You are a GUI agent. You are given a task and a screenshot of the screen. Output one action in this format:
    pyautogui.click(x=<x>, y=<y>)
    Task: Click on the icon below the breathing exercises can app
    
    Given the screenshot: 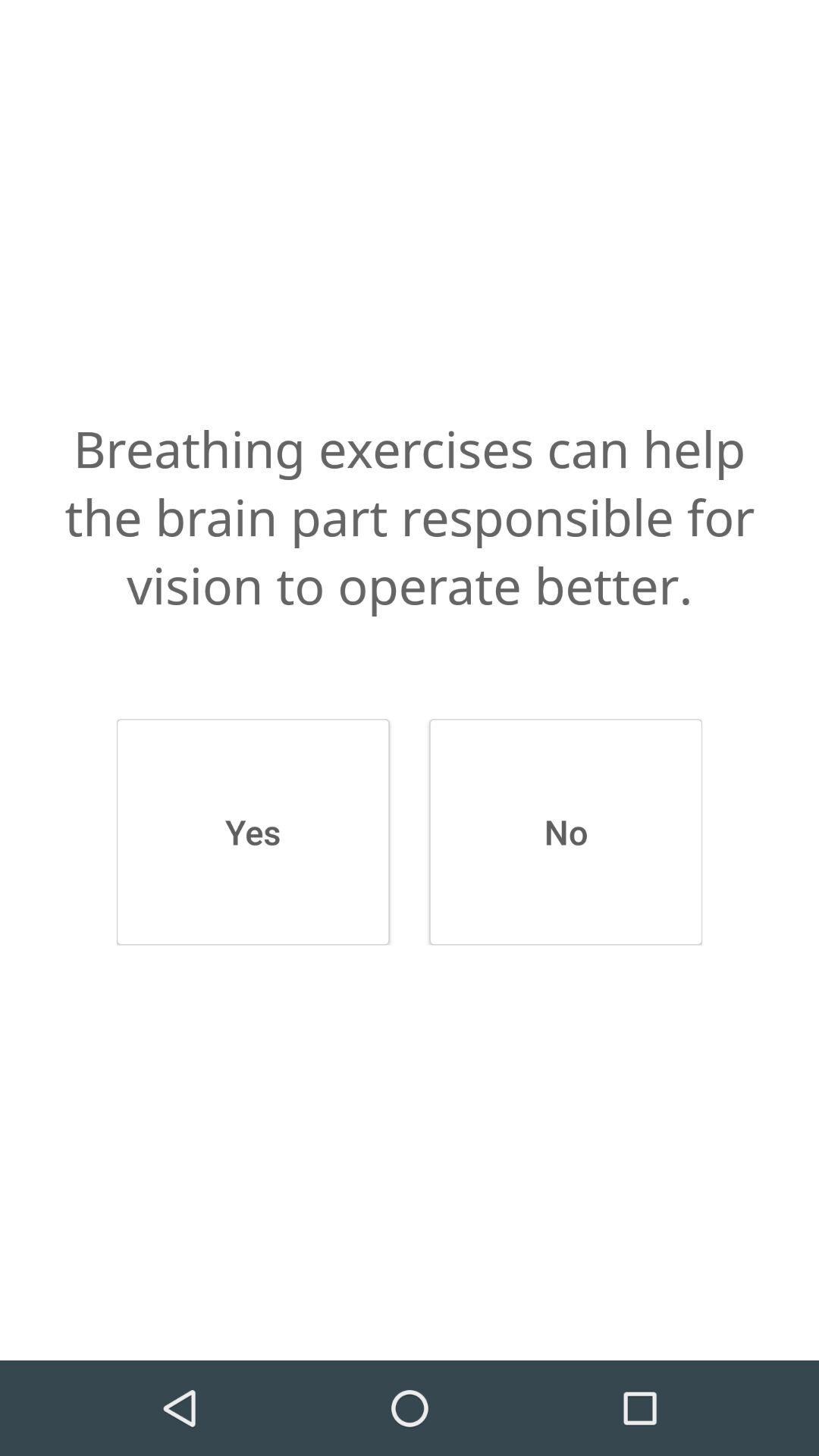 What is the action you would take?
    pyautogui.click(x=252, y=831)
    